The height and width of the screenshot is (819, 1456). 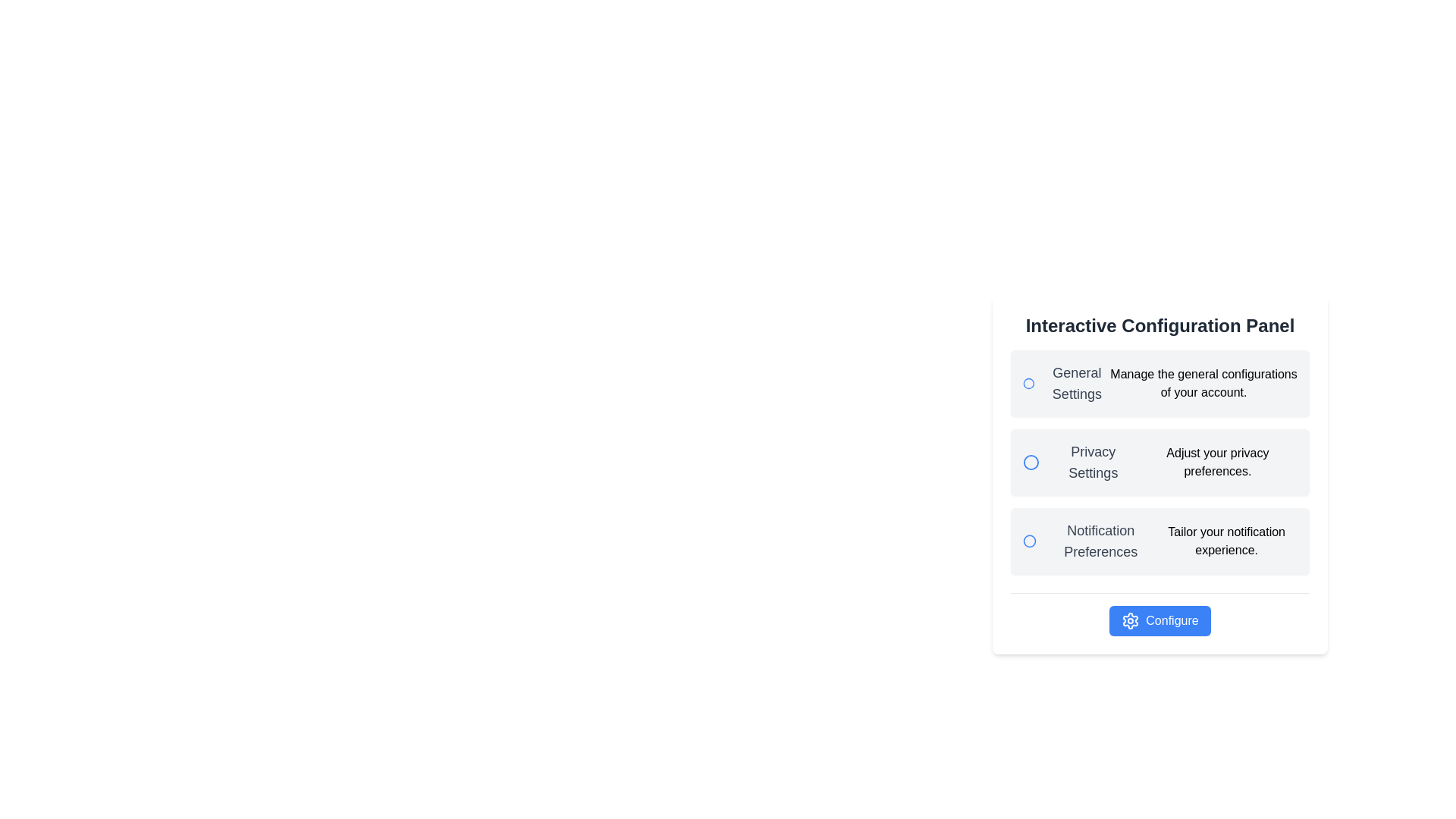 What do you see at coordinates (1065, 382) in the screenshot?
I see `the 'General Settings' label, which is styled in a bold font and is the first item in the configuration list, located next to a blue circular icon` at bounding box center [1065, 382].